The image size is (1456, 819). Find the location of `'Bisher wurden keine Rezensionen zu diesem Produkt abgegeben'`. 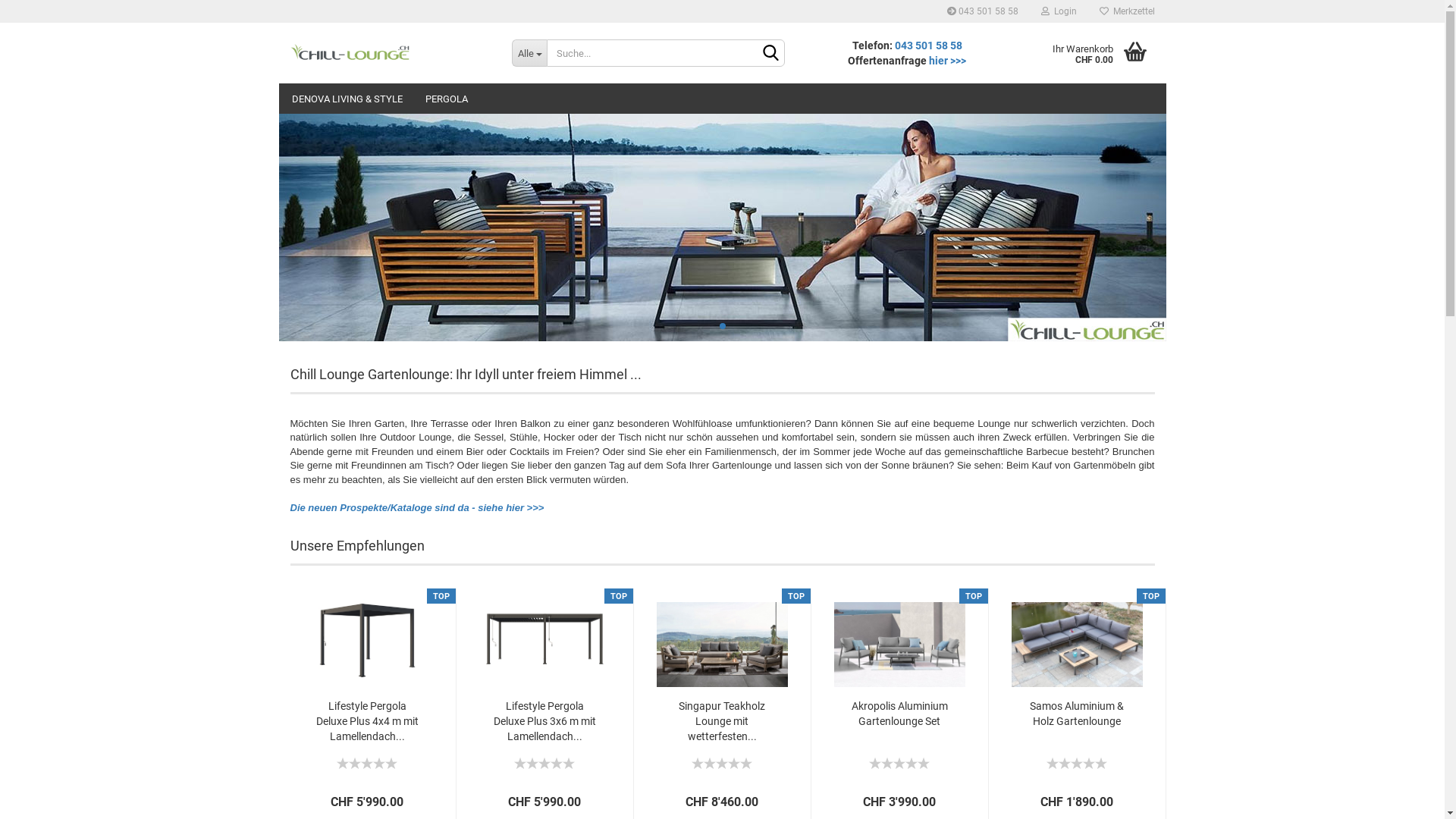

'Bisher wurden keine Rezensionen zu diesem Produkt abgegeben' is located at coordinates (544, 761).